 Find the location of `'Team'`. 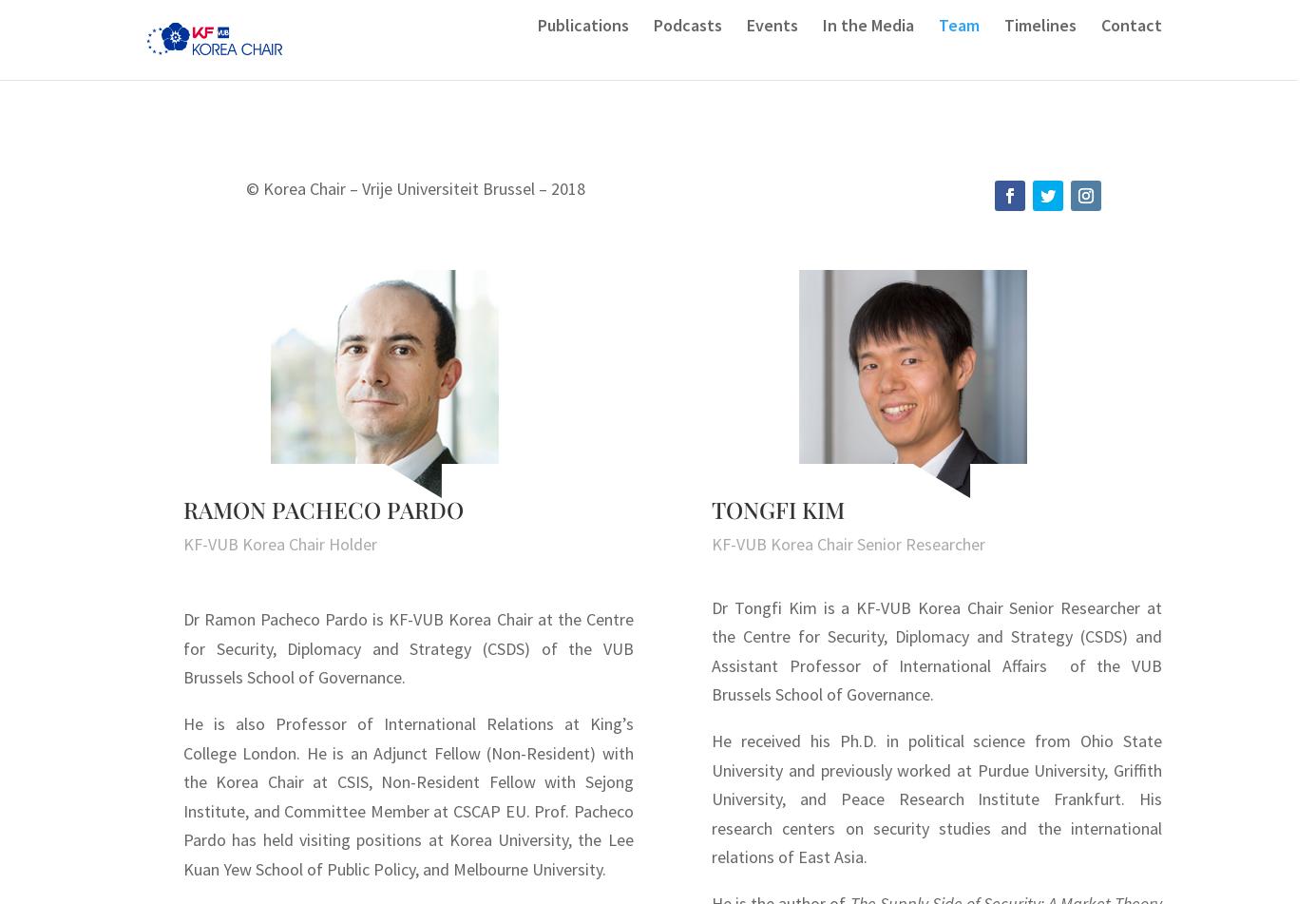

'Team' is located at coordinates (958, 53).